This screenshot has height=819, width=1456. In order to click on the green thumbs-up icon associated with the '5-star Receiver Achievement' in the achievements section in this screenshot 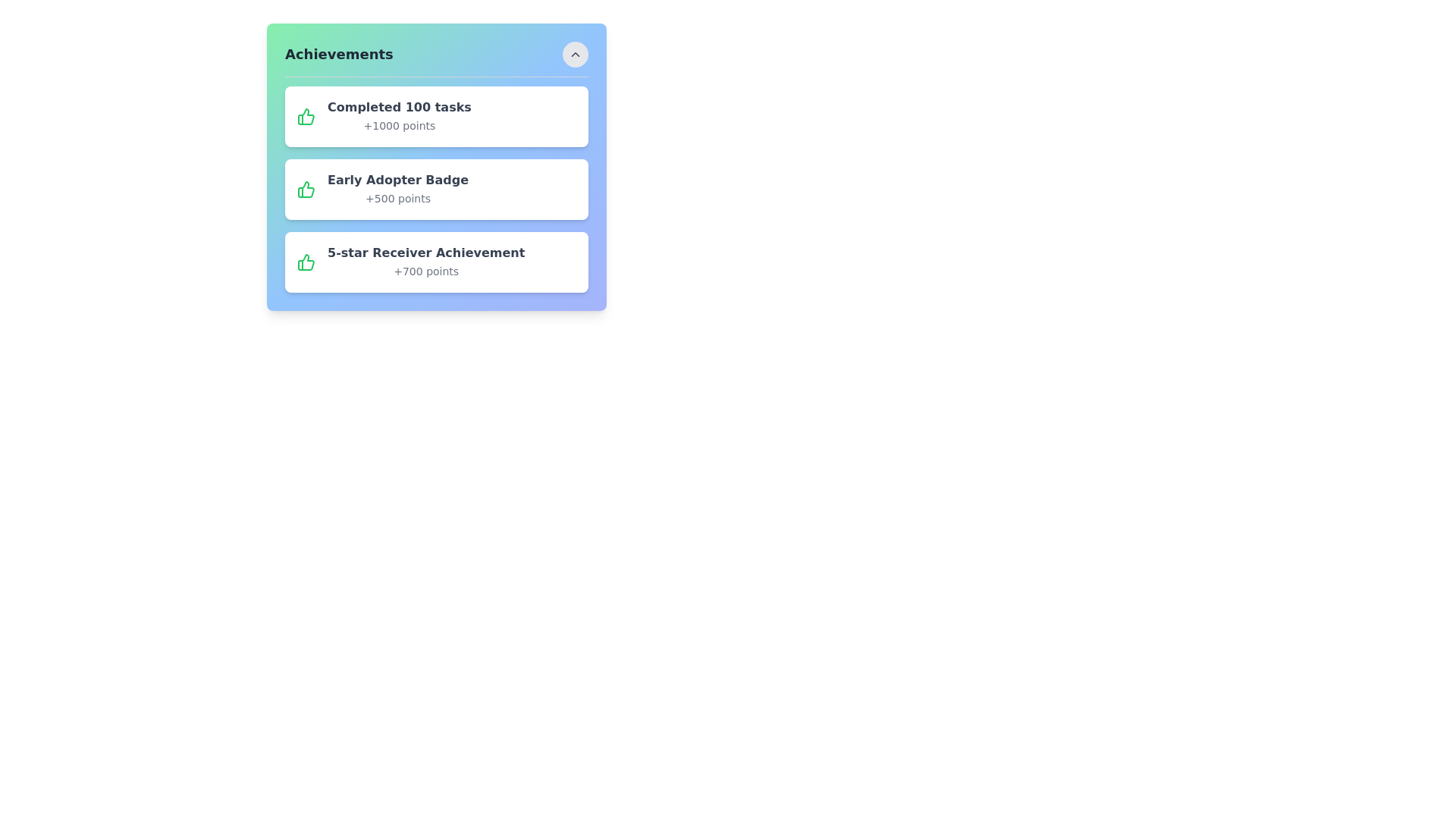, I will do `click(305, 262)`.